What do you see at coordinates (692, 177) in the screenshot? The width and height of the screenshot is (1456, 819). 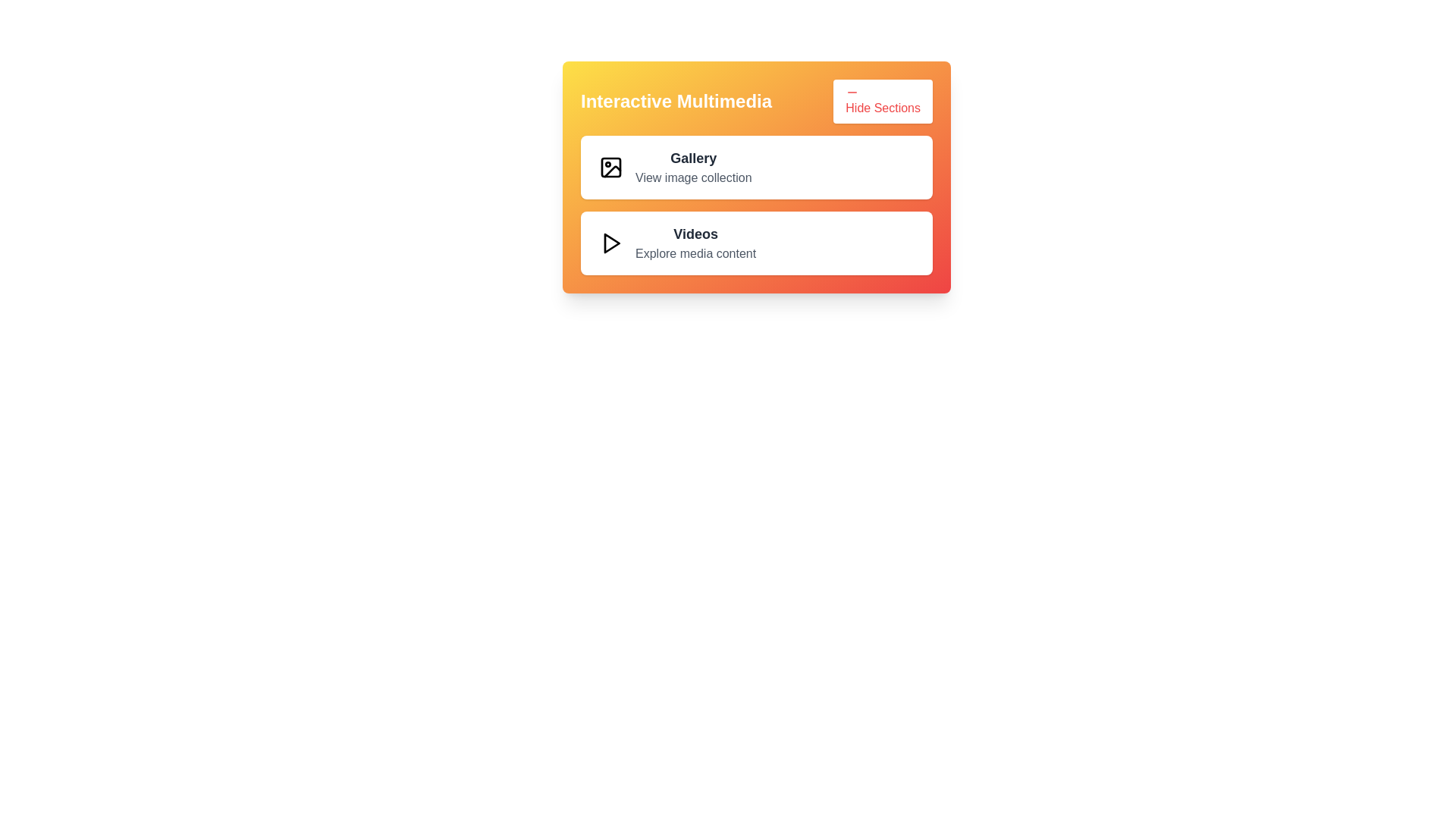 I see `the text label 'View image collection', which is styled in gray and located directly beneath the 'Gallery' heading in the 'Interactive Multimedia' section` at bounding box center [692, 177].